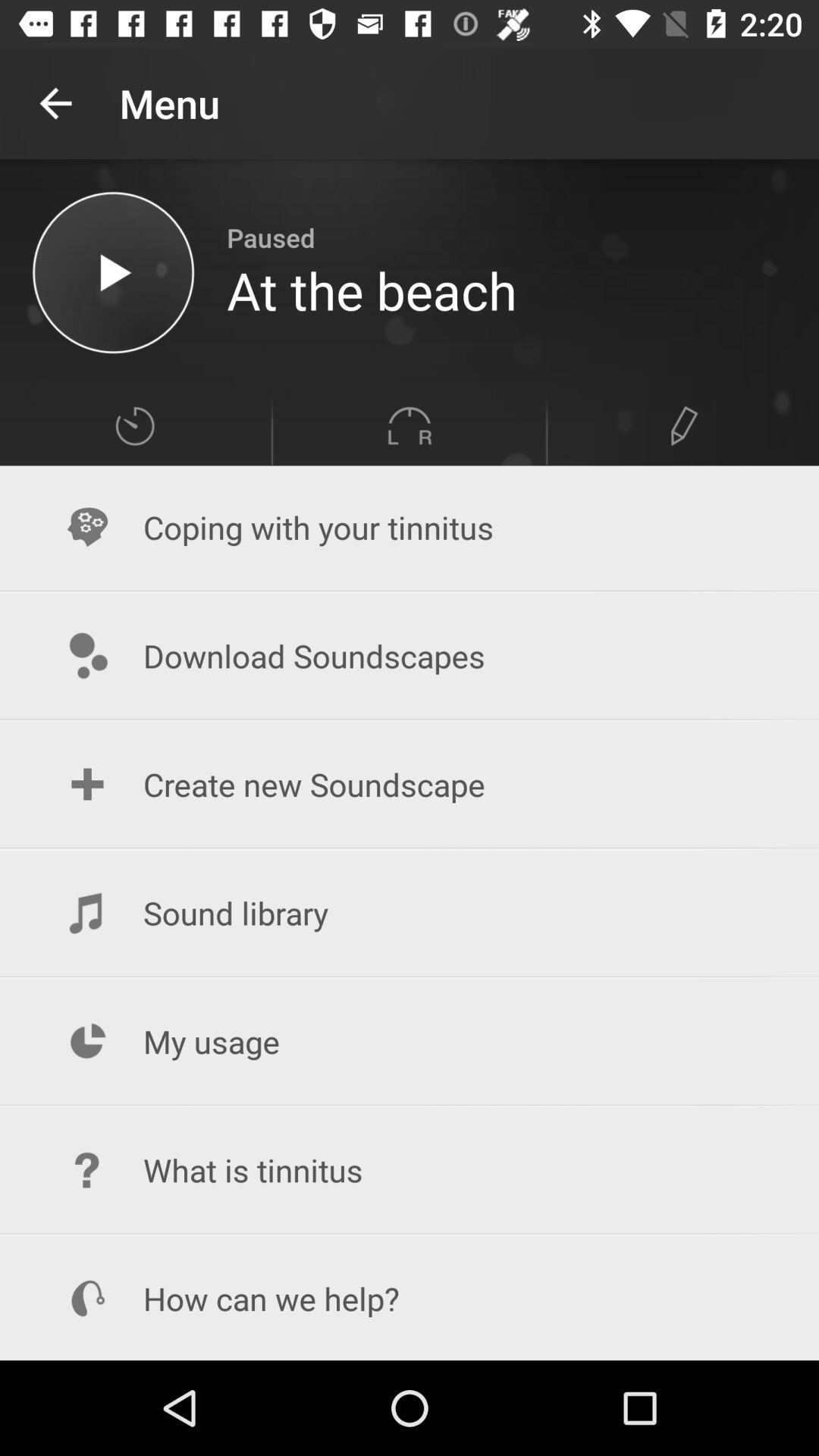 This screenshot has width=819, height=1456. Describe the element at coordinates (133, 425) in the screenshot. I see `open menu` at that location.